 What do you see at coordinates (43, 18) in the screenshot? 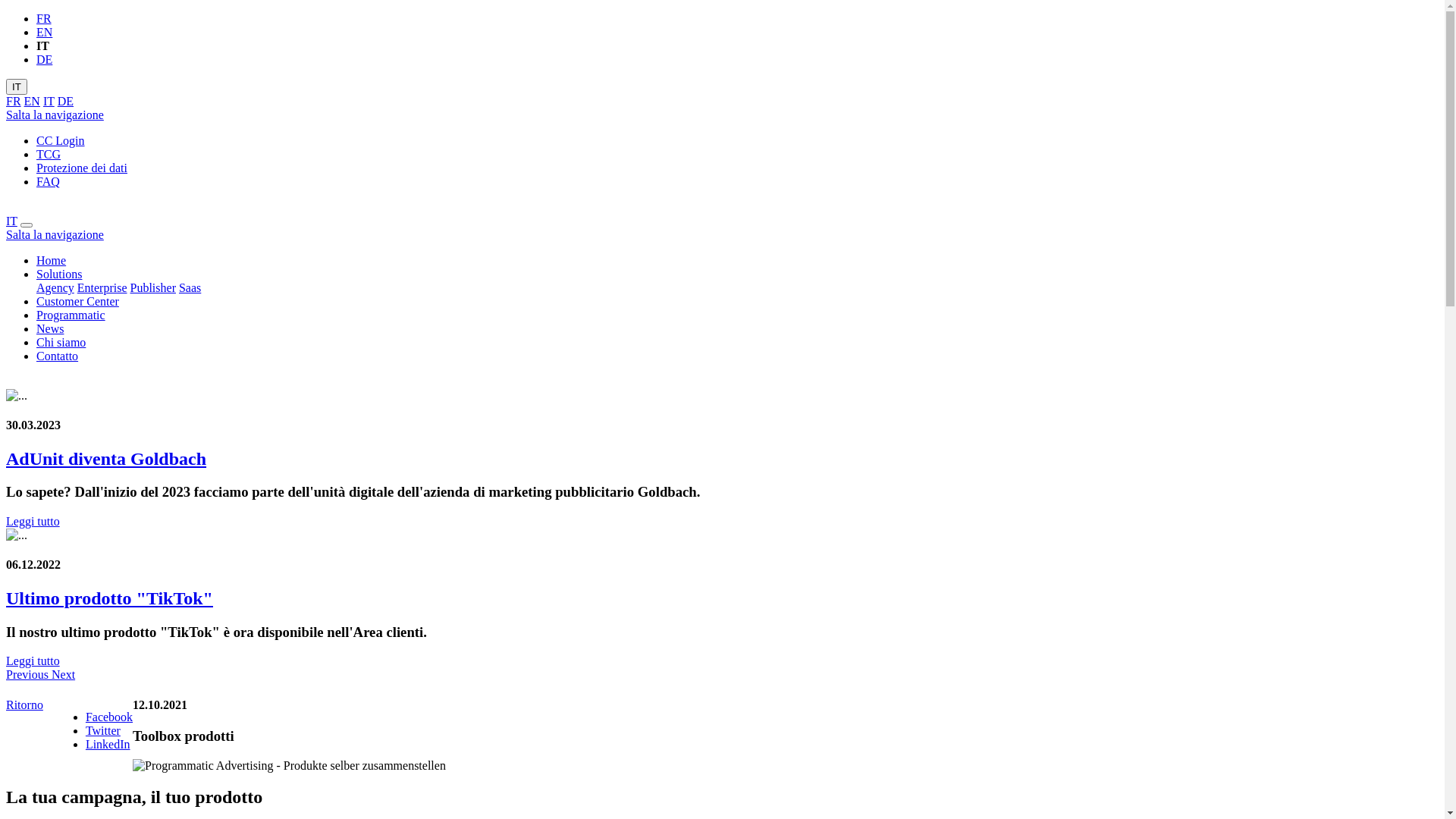
I see `'FR'` at bounding box center [43, 18].